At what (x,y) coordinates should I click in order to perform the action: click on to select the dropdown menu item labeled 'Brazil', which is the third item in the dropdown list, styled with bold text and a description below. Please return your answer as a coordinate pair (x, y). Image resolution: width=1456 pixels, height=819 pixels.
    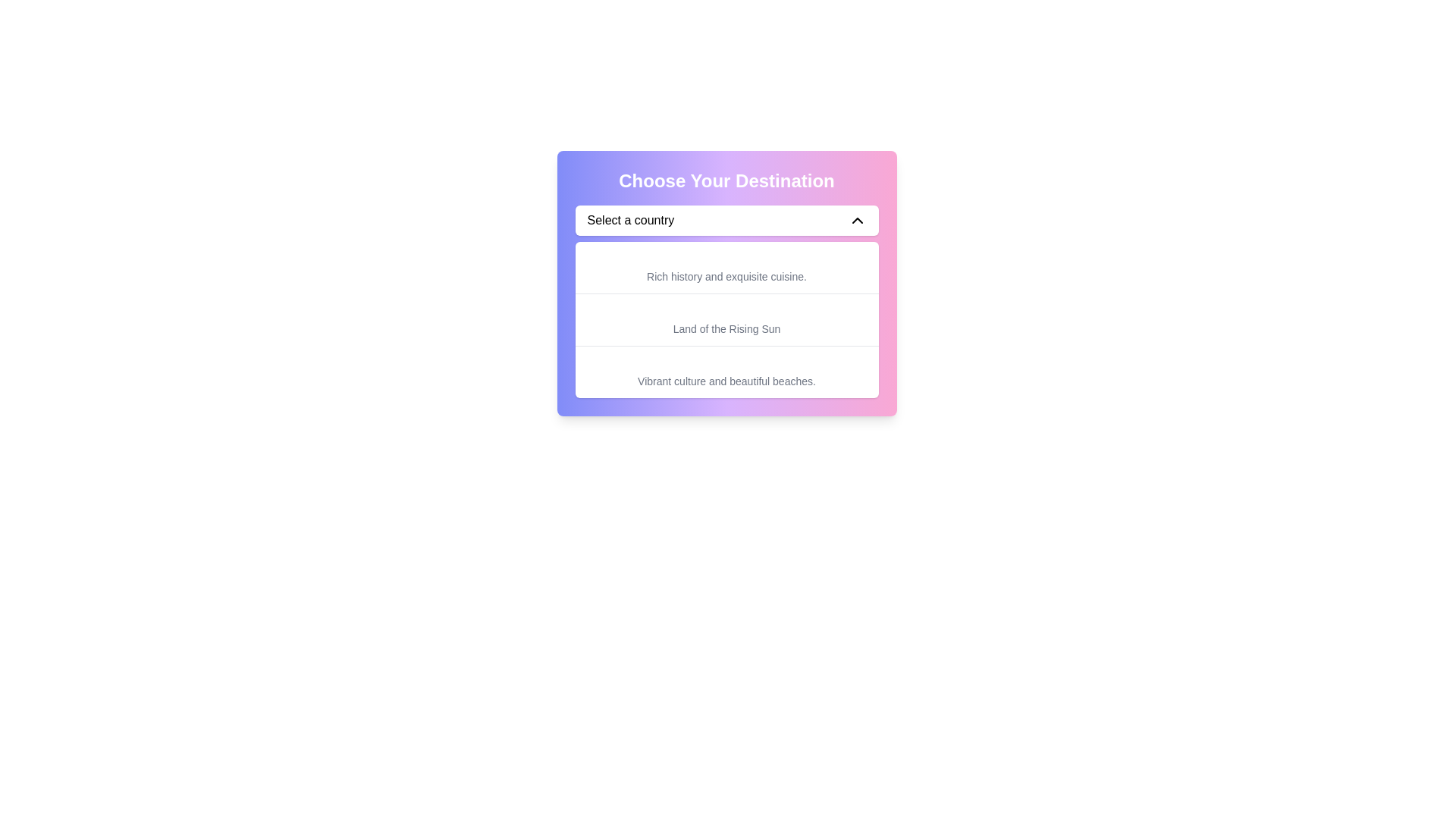
    Looking at the image, I should click on (726, 372).